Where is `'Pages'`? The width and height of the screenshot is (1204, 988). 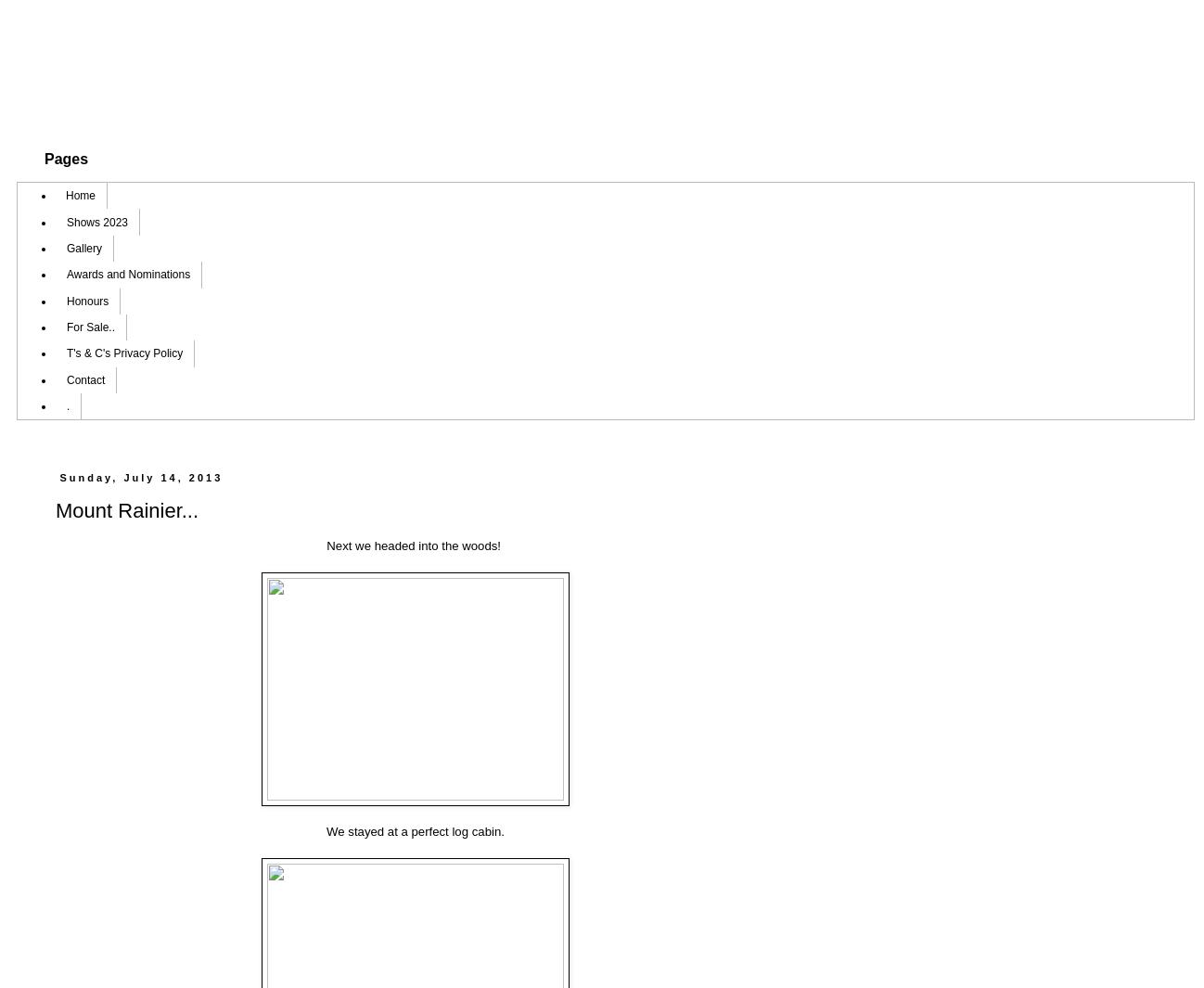 'Pages' is located at coordinates (66, 158).